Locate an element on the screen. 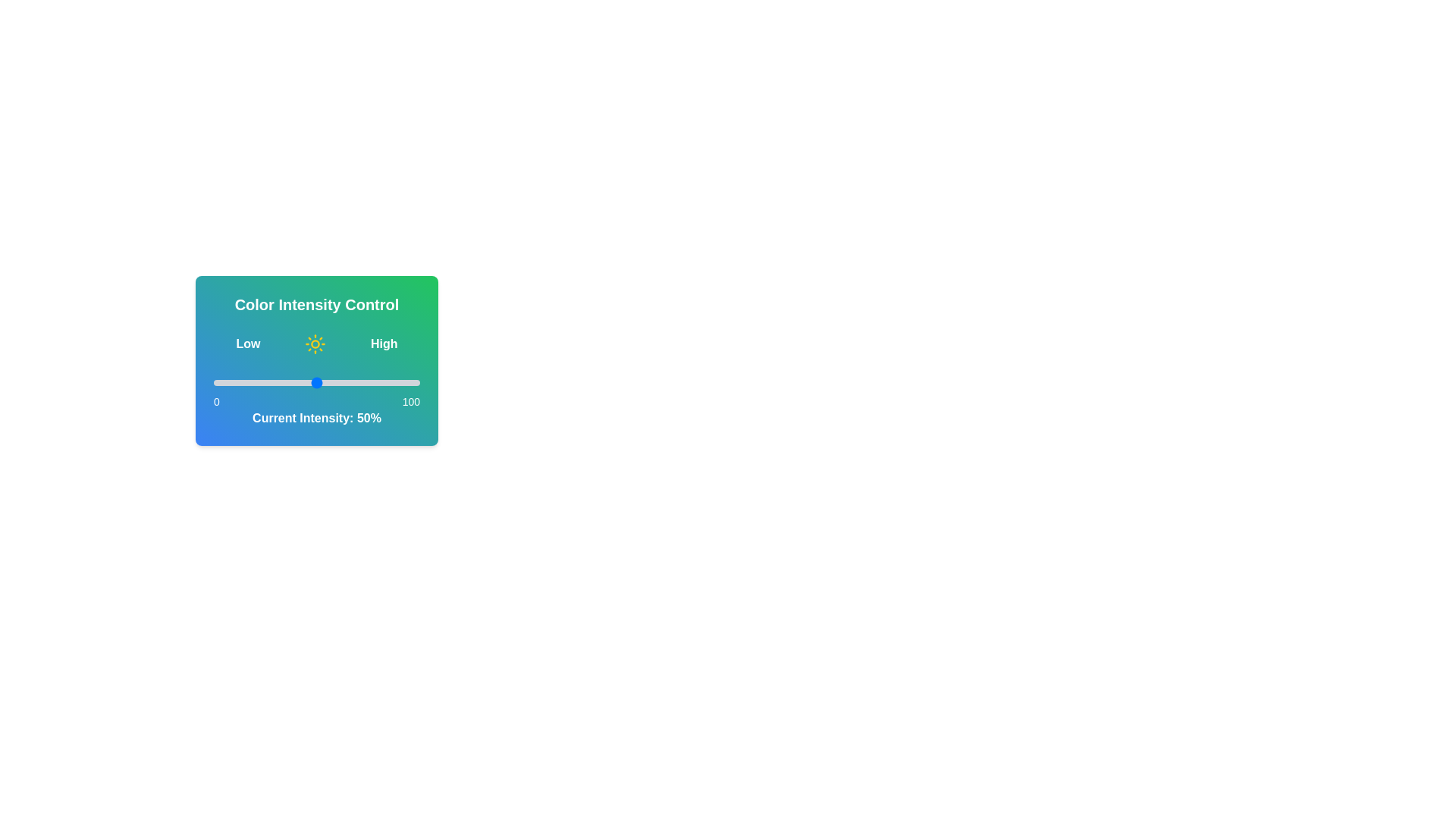 The width and height of the screenshot is (1456, 819). the intensity value is located at coordinates (403, 382).